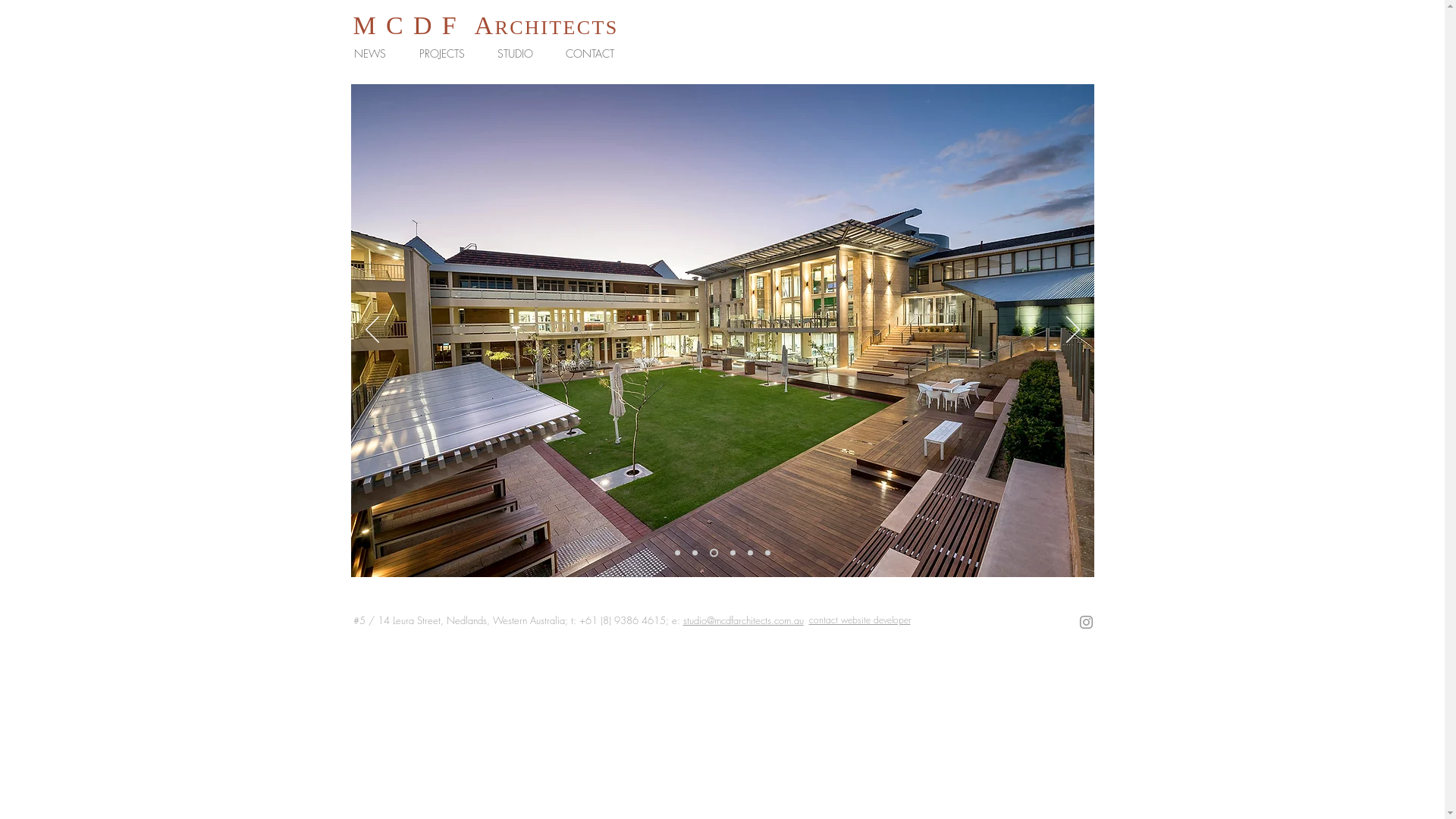  What do you see at coordinates (519, 52) in the screenshot?
I see `'STUDIO'` at bounding box center [519, 52].